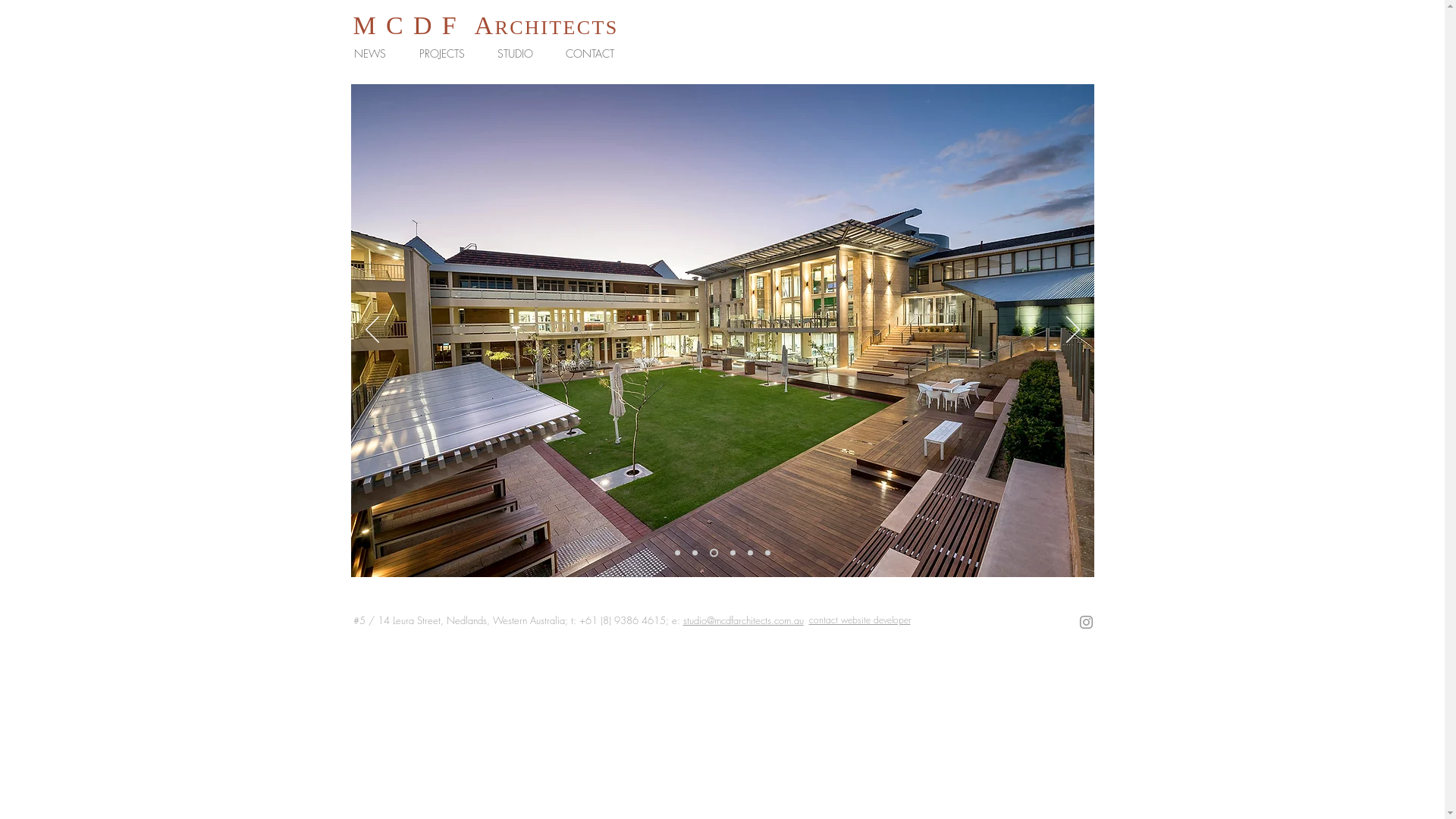  What do you see at coordinates (519, 52) in the screenshot?
I see `'STUDIO'` at bounding box center [519, 52].